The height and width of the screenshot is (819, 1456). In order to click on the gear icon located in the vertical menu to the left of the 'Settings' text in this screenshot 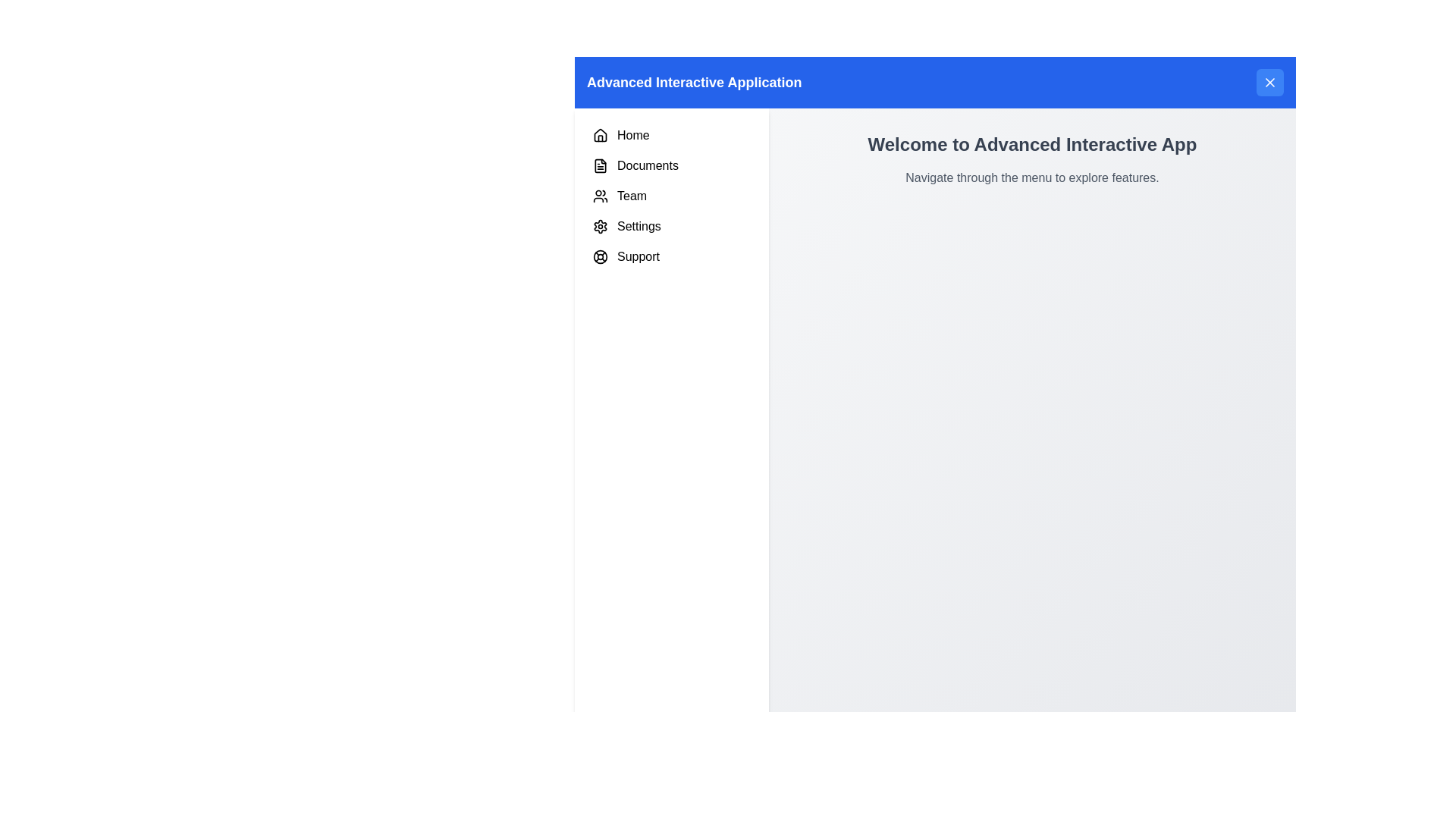, I will do `click(600, 227)`.